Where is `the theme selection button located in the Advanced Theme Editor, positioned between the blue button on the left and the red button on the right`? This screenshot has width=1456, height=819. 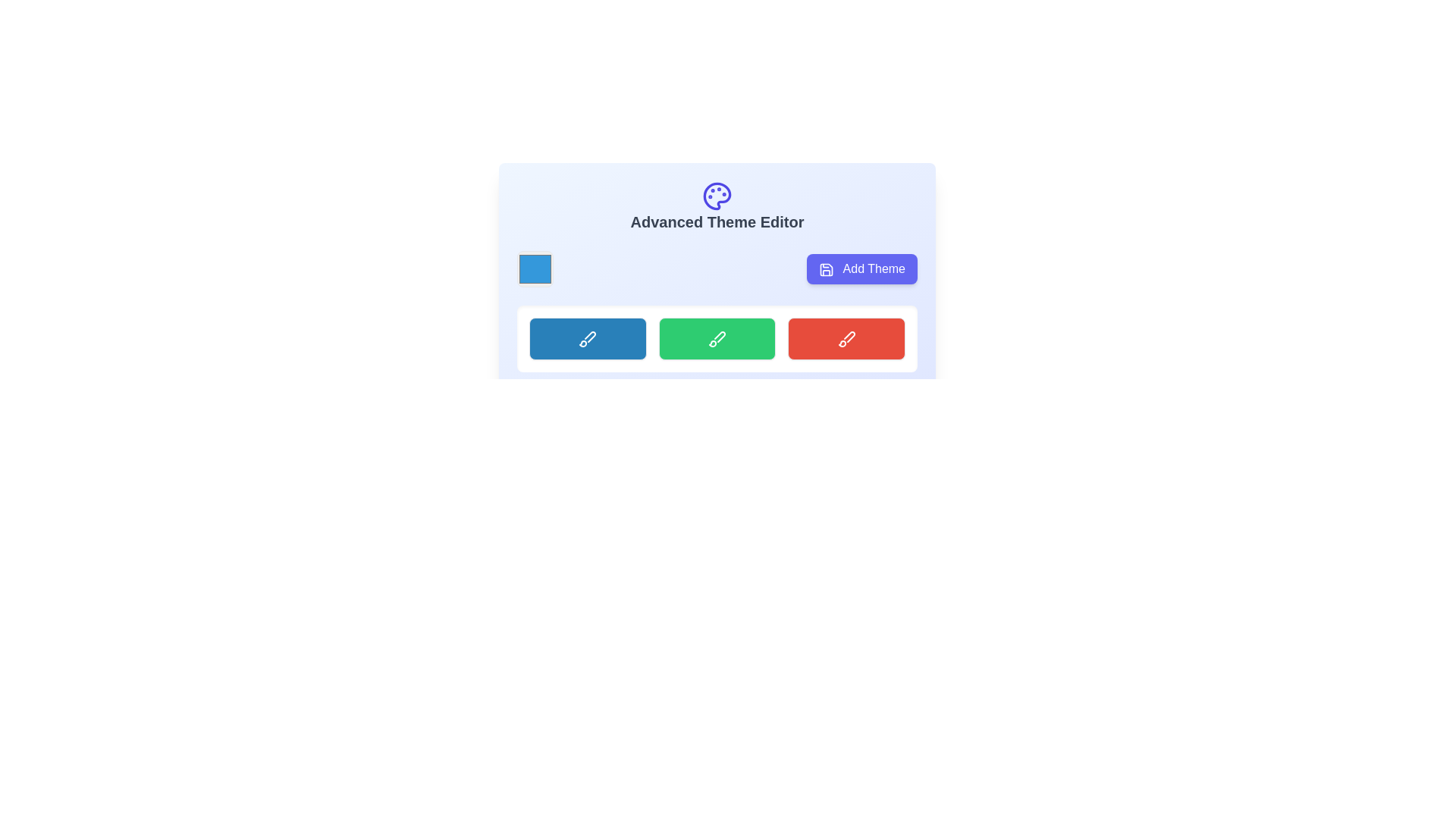
the theme selection button located in the Advanced Theme Editor, positioned between the blue button on the left and the red button on the right is located at coordinates (716, 338).